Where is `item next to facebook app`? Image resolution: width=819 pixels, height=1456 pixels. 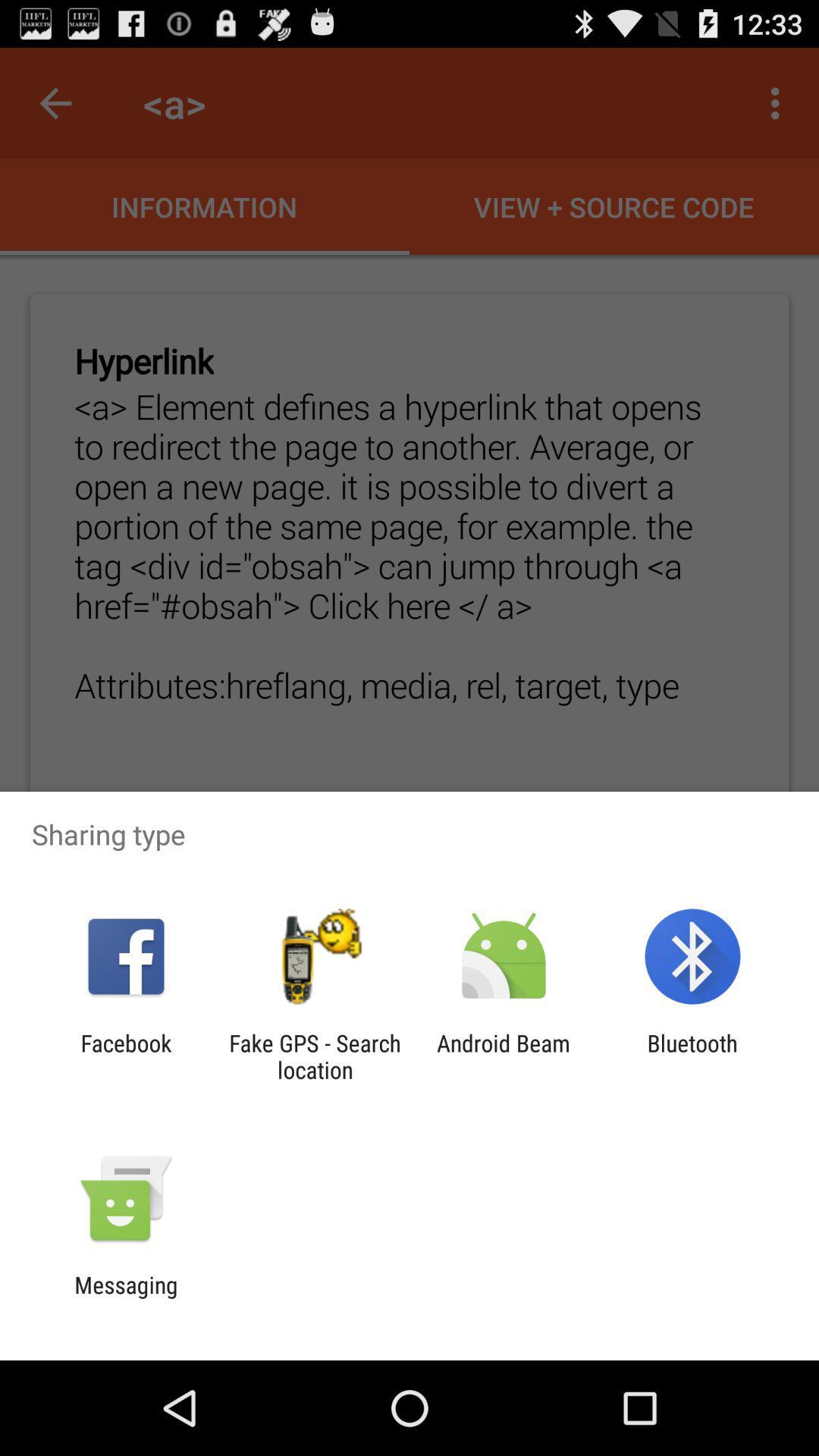 item next to facebook app is located at coordinates (314, 1056).